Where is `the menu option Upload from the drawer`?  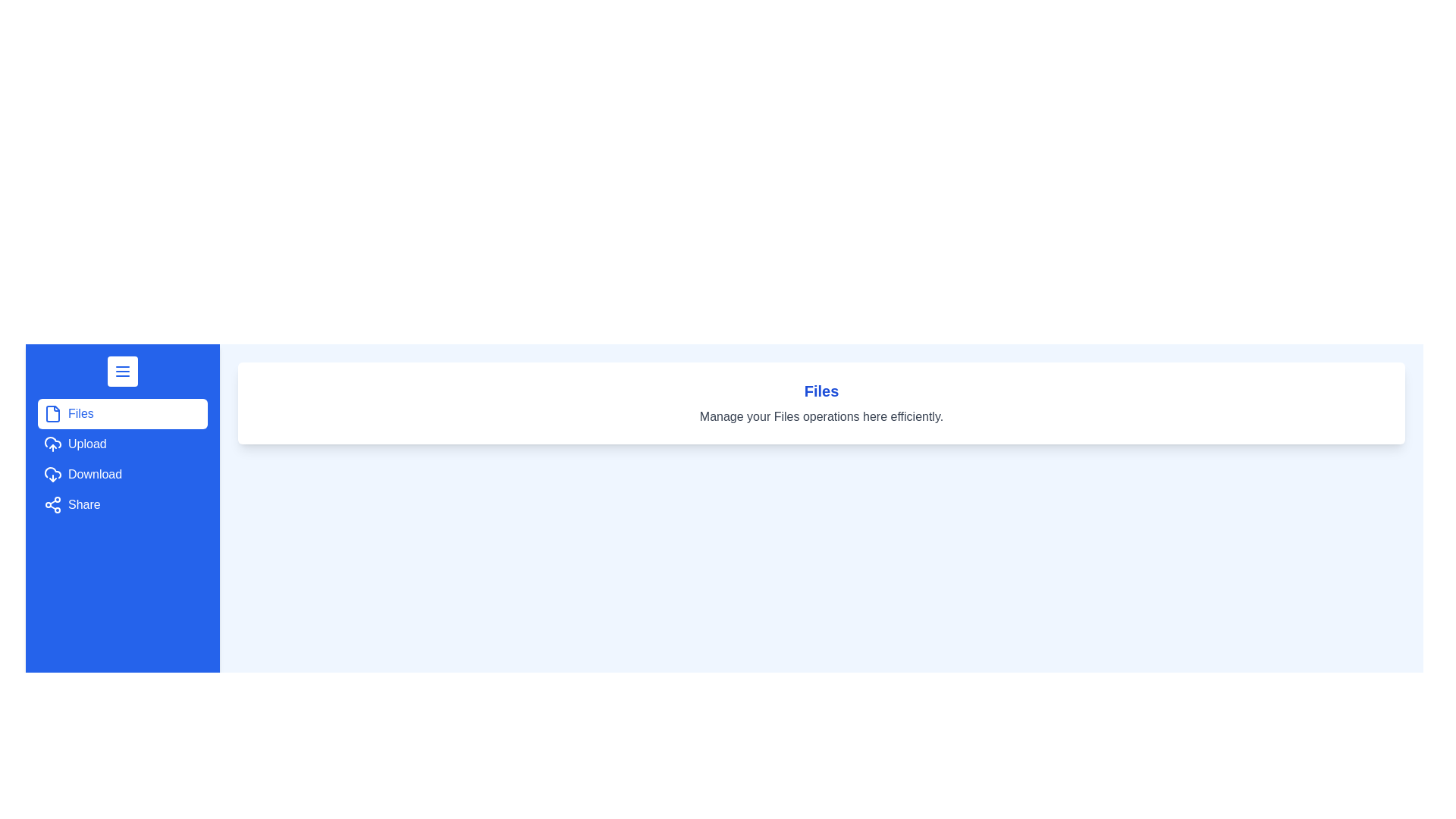 the menu option Upload from the drawer is located at coordinates (123, 444).